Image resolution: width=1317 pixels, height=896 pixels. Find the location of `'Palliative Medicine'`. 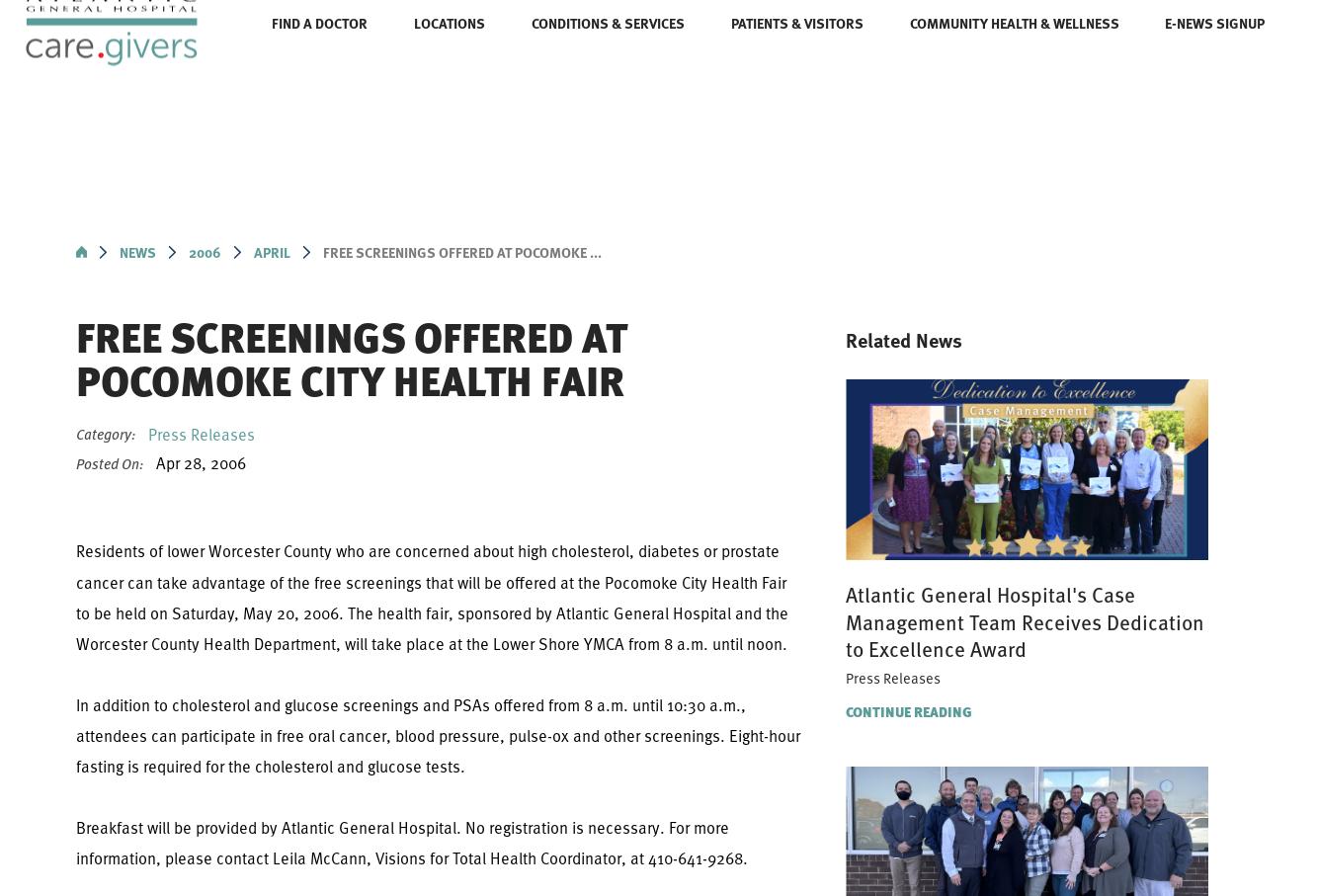

'Palliative Medicine' is located at coordinates (322, 346).